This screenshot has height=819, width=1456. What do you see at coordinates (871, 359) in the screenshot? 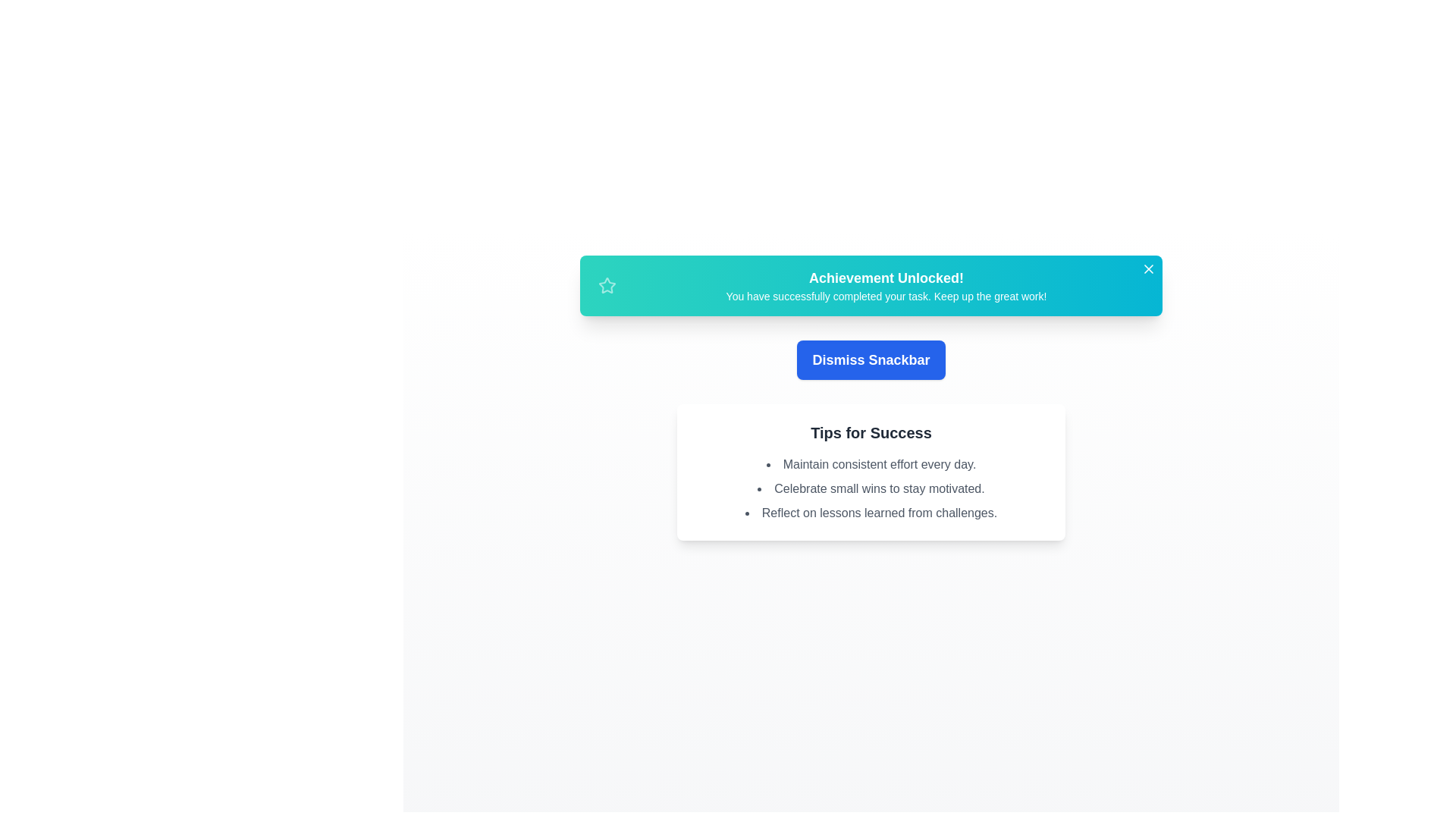
I see `the 'Dismiss Snackbar' button` at bounding box center [871, 359].